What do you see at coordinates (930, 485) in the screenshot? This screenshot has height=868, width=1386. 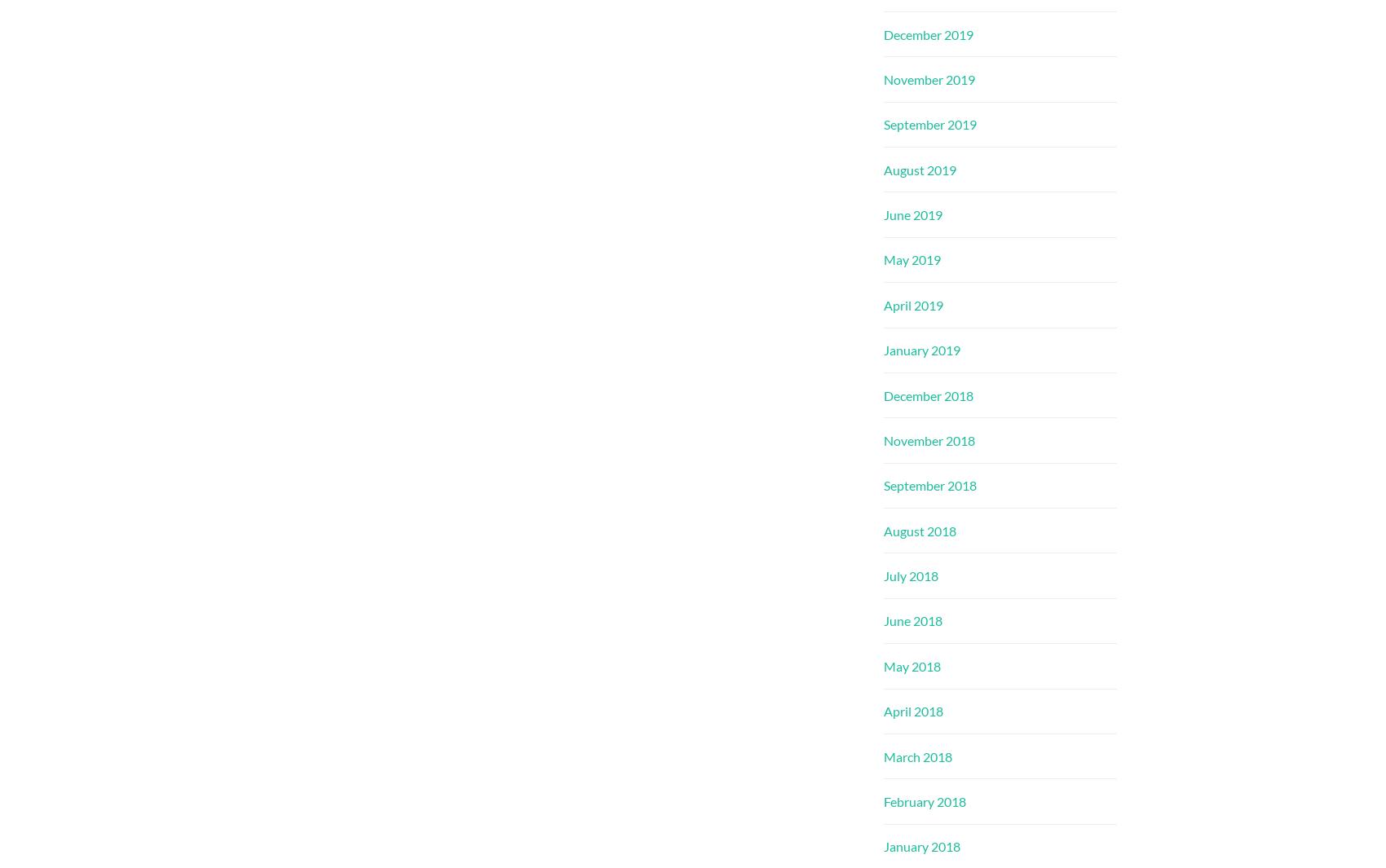 I see `'September 2018'` at bounding box center [930, 485].